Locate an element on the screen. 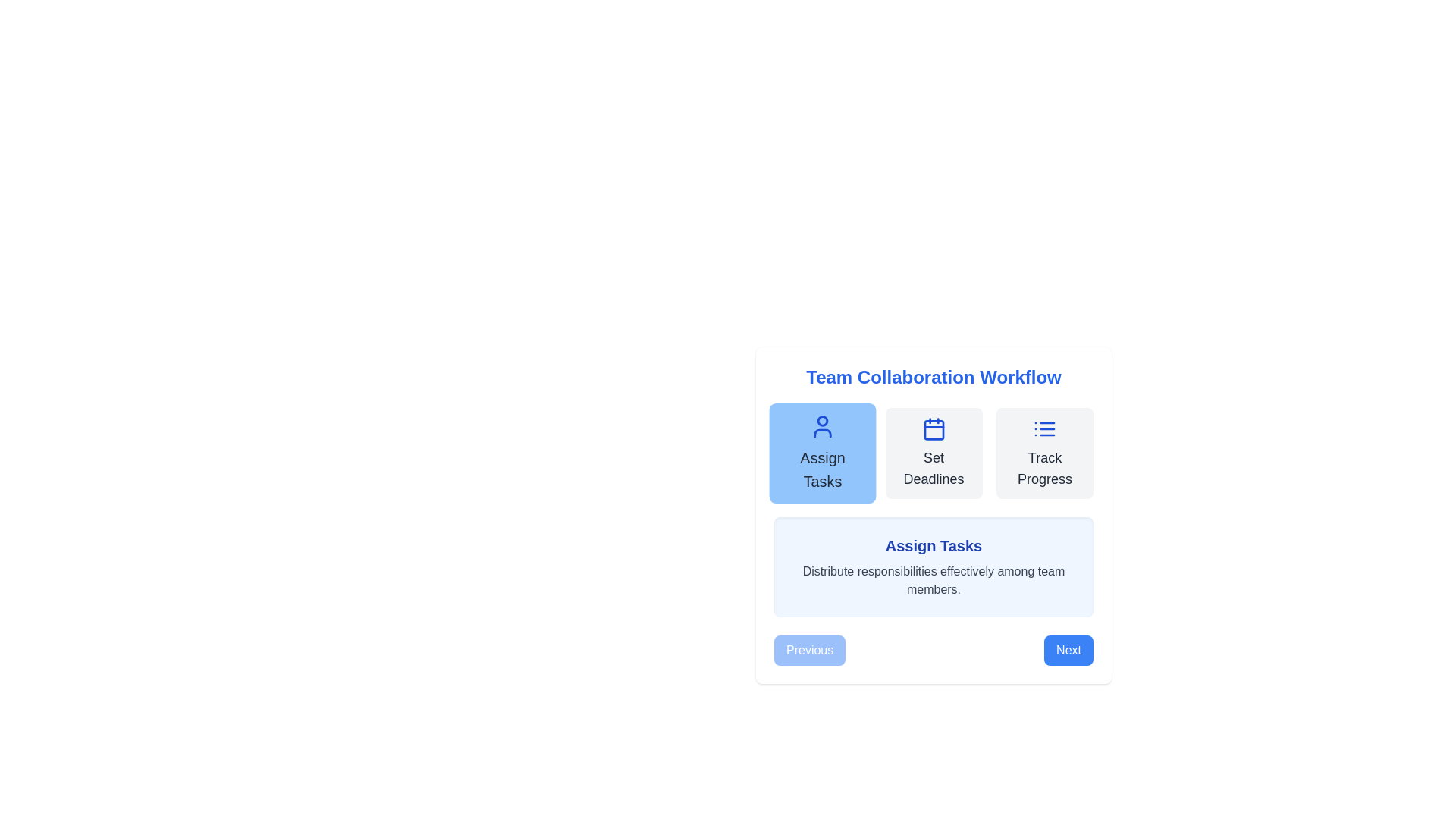 The image size is (1456, 819). the 'Track Progress' SVG graphic icon, which is the third button in the row under 'Team Collaboration Workflow', to trigger the tooltip or highlight effect is located at coordinates (1043, 429).